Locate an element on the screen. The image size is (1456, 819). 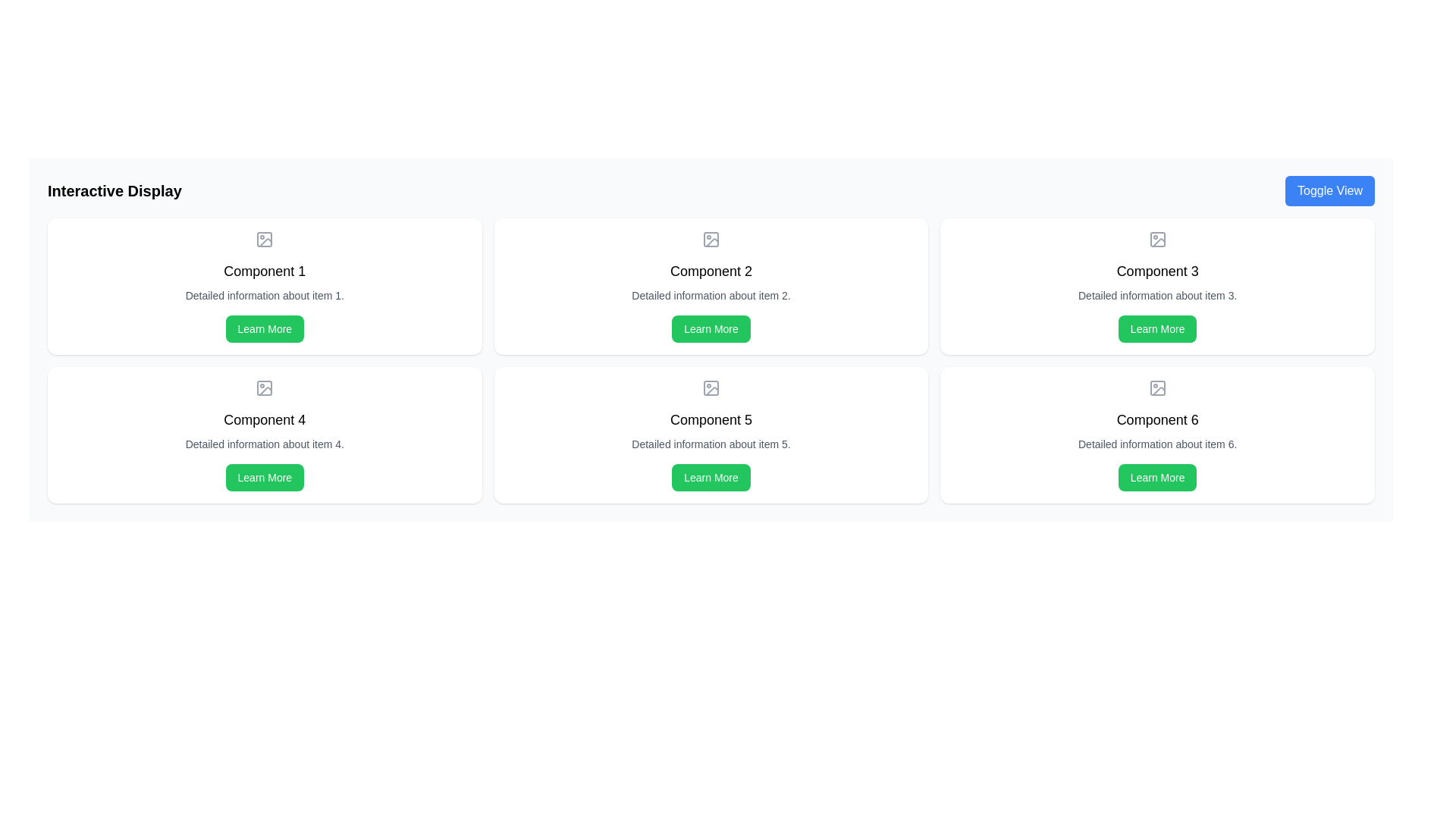
the SVG rectangle with rounded corners that has a light gray outline, located in the 'Component 4' section of the layout grid is located at coordinates (265, 388).